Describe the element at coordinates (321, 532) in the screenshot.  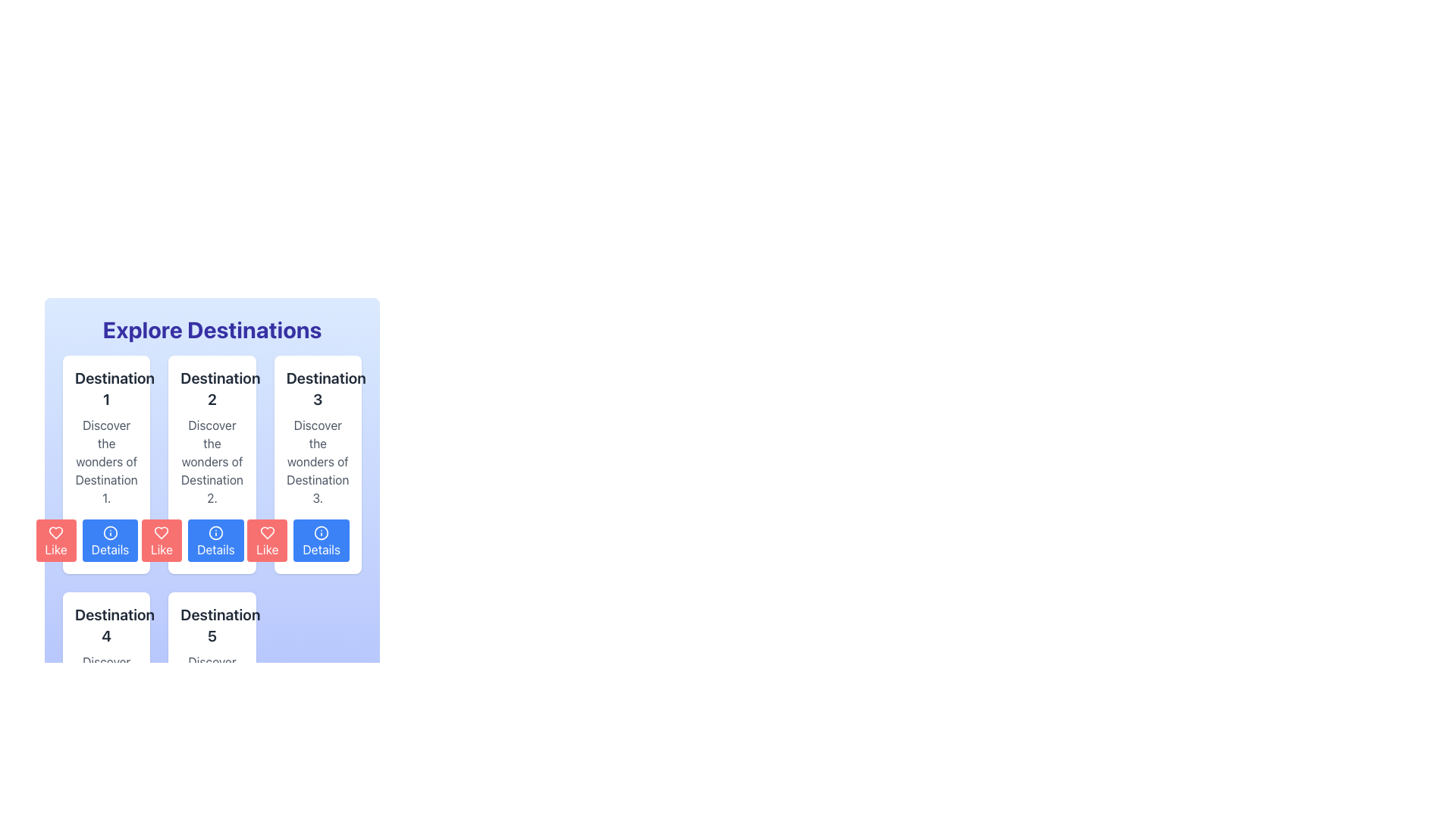
I see `the informational icon located in the 'Details' button under 'Destination 3' in the grid layout` at that location.